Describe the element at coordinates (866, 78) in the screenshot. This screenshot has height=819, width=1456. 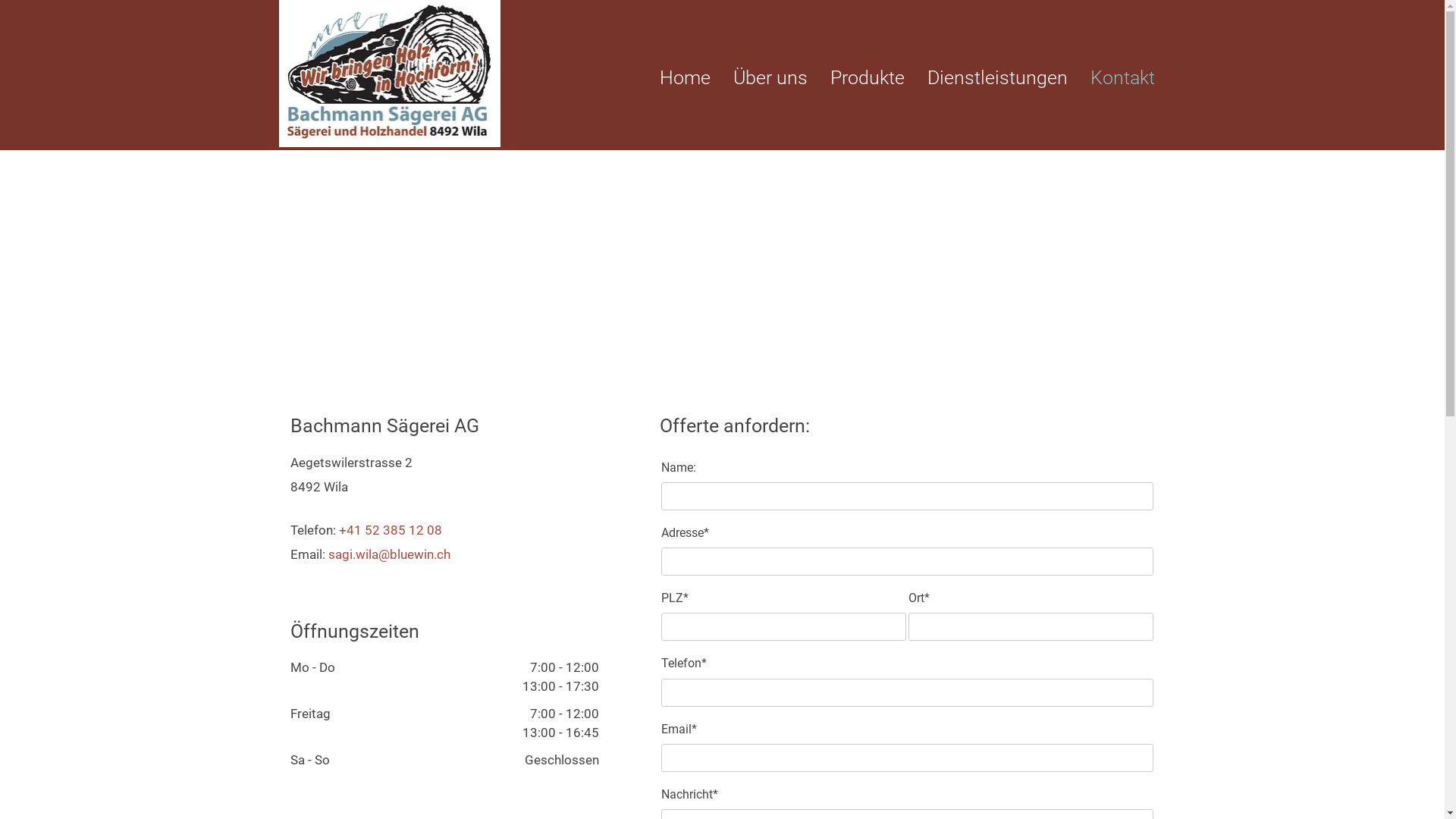
I see `'Produkte'` at that location.